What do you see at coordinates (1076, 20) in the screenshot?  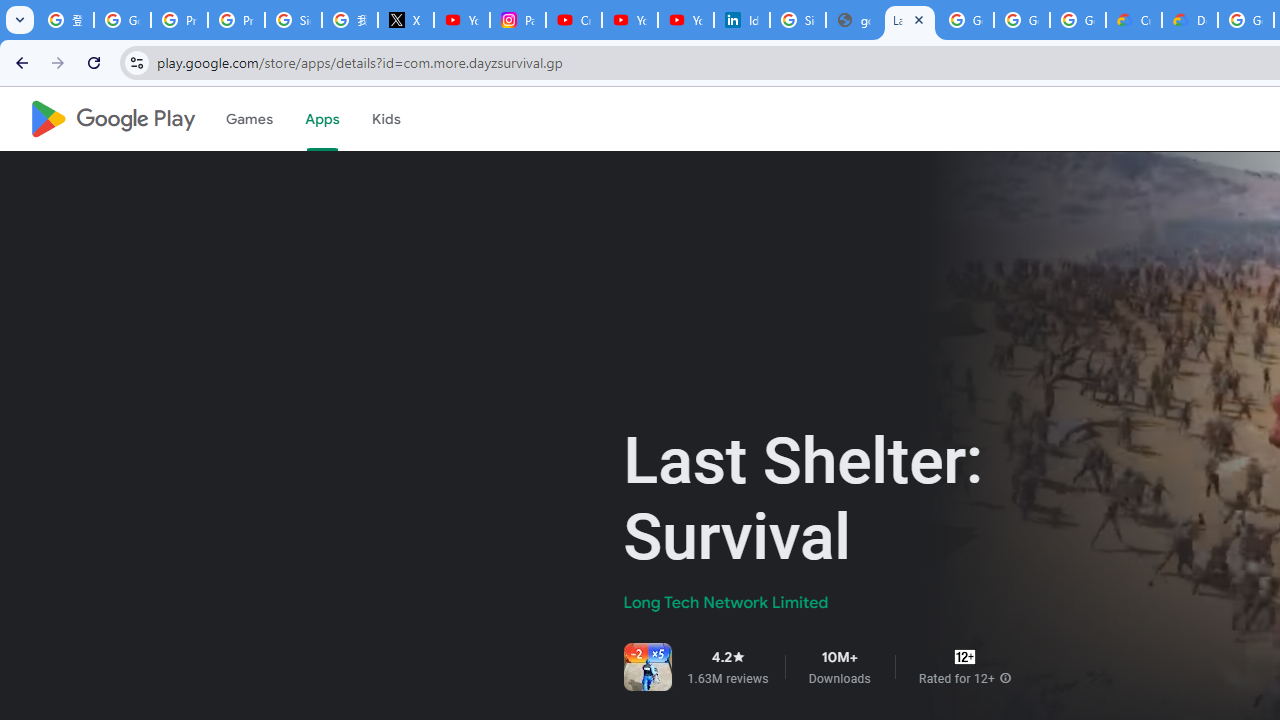 I see `'Google Workspace - Specific Terms'` at bounding box center [1076, 20].